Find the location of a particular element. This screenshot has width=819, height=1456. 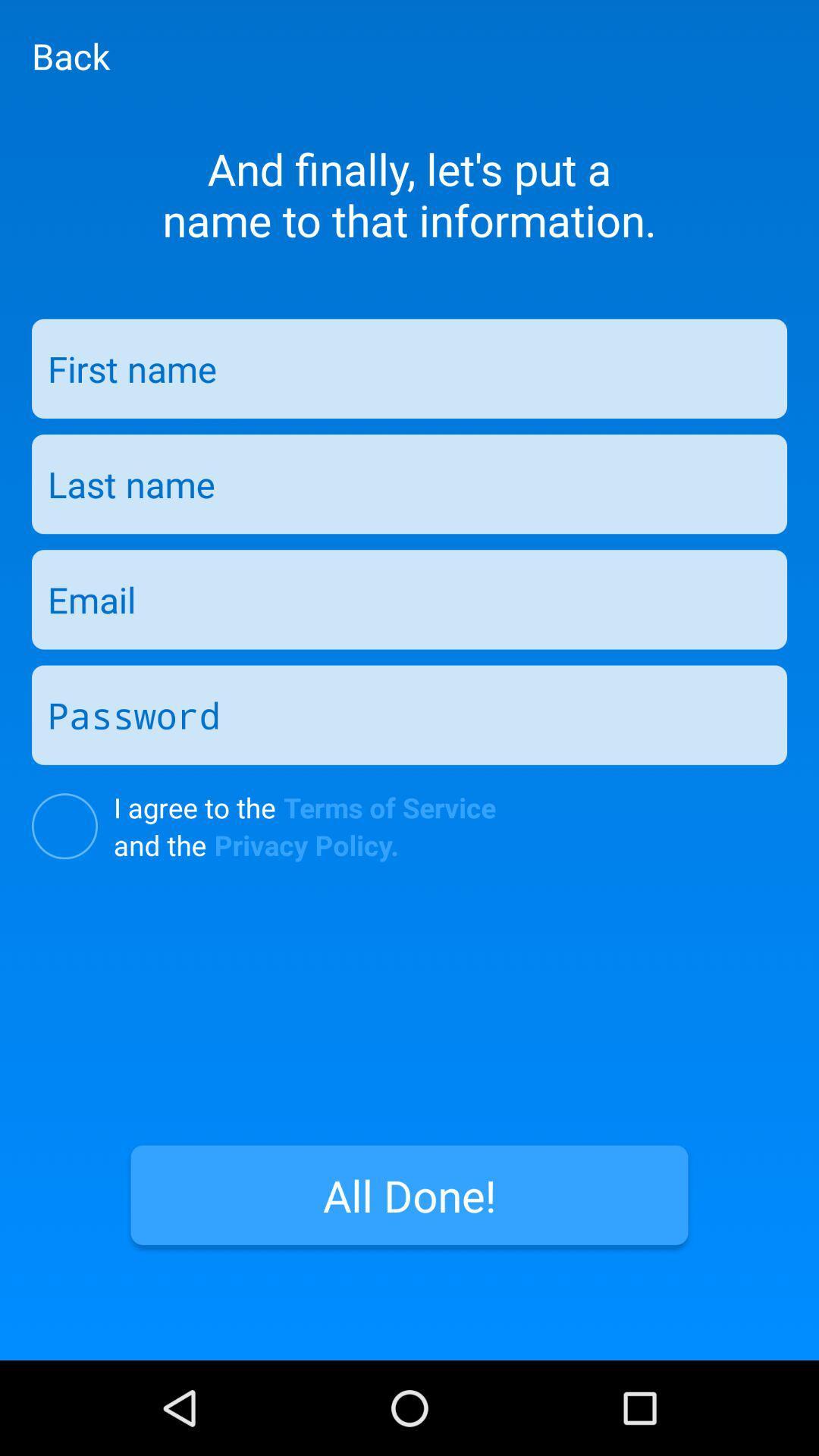

type password is located at coordinates (409, 714).